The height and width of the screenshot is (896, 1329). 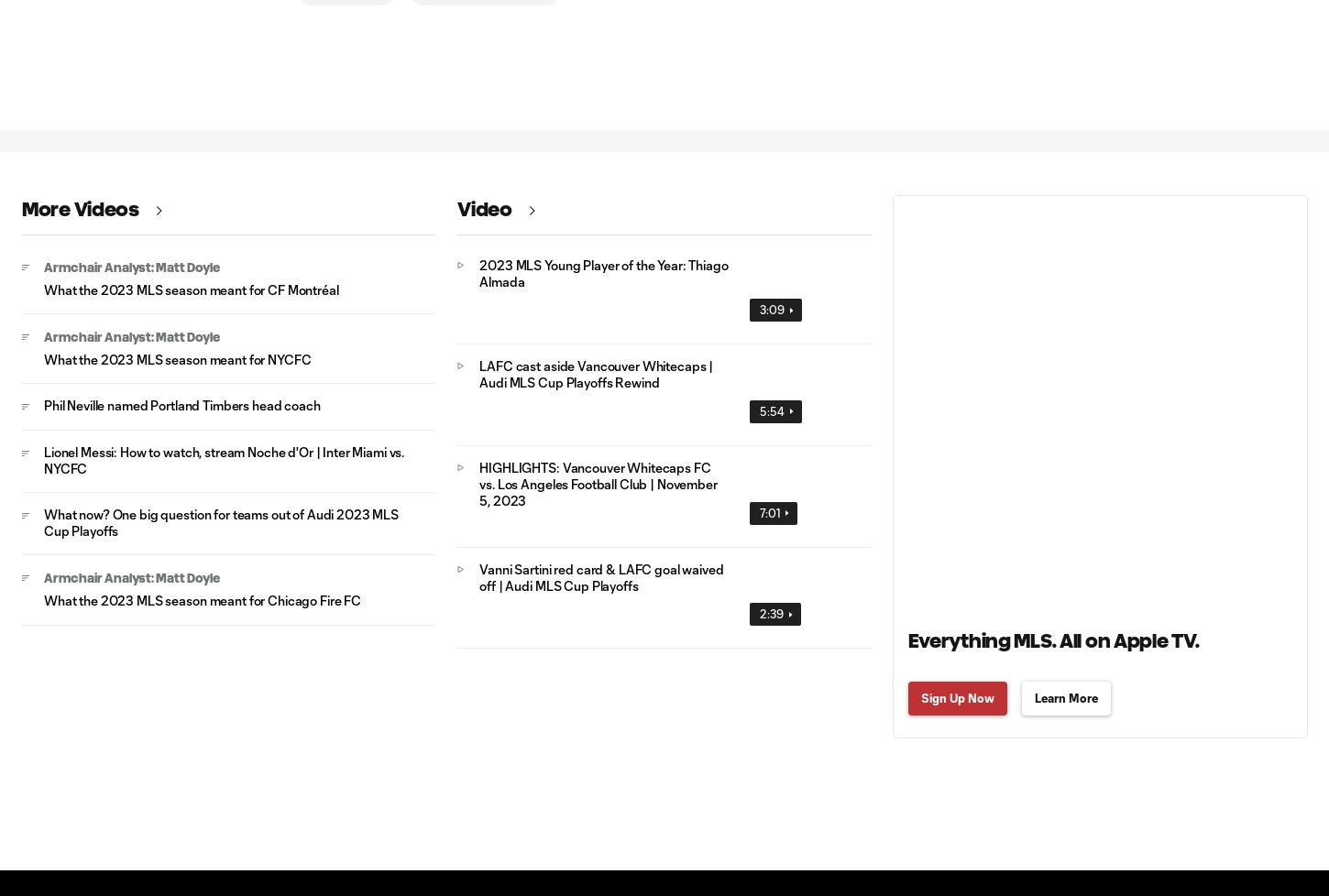 I want to click on 'HIGHLIGHTS: Vancouver Whitecaps FC vs. Los Angeles Football Club | November 5, 2023', so click(x=479, y=484).